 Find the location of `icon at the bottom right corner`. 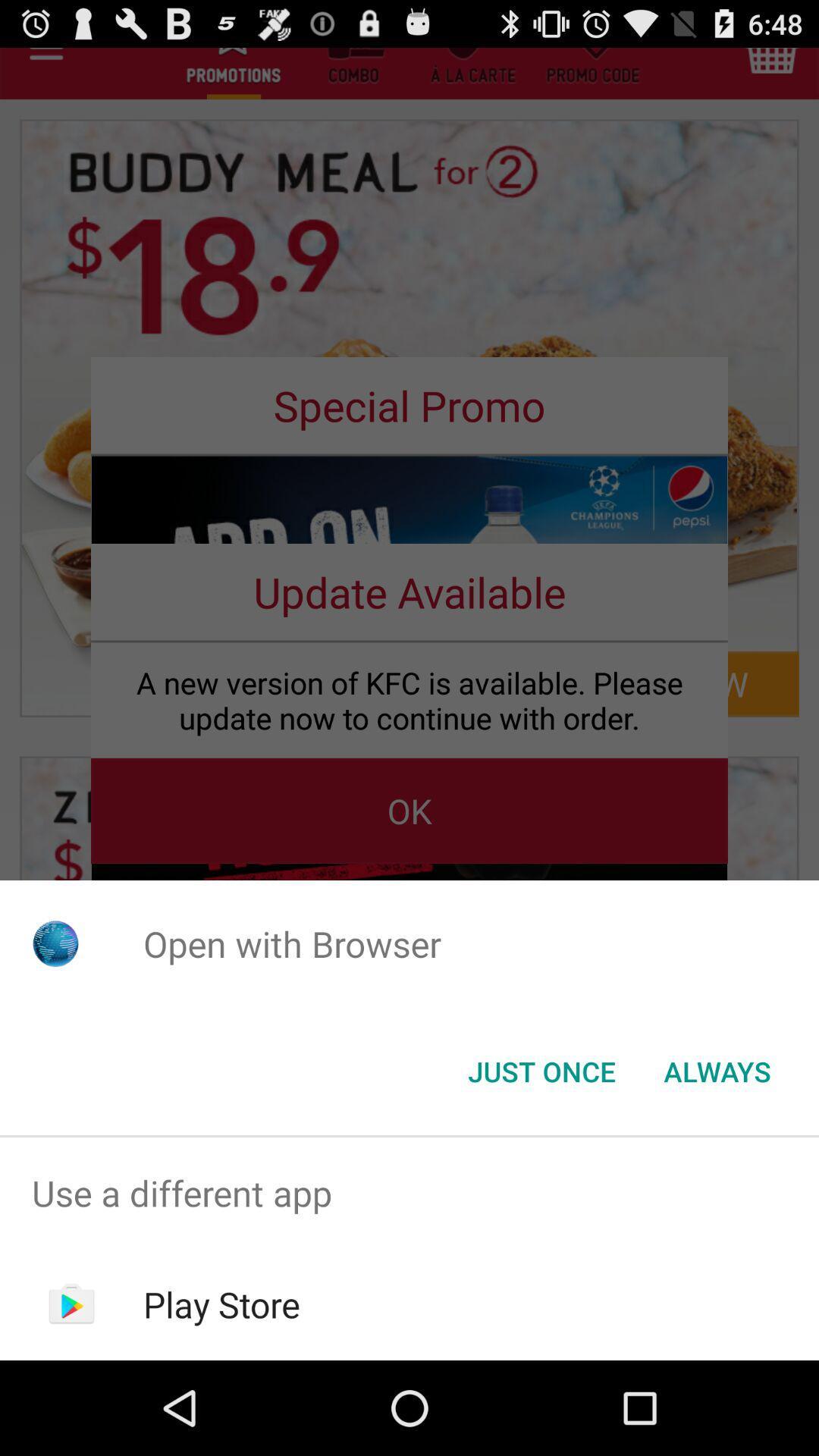

icon at the bottom right corner is located at coordinates (717, 1070).